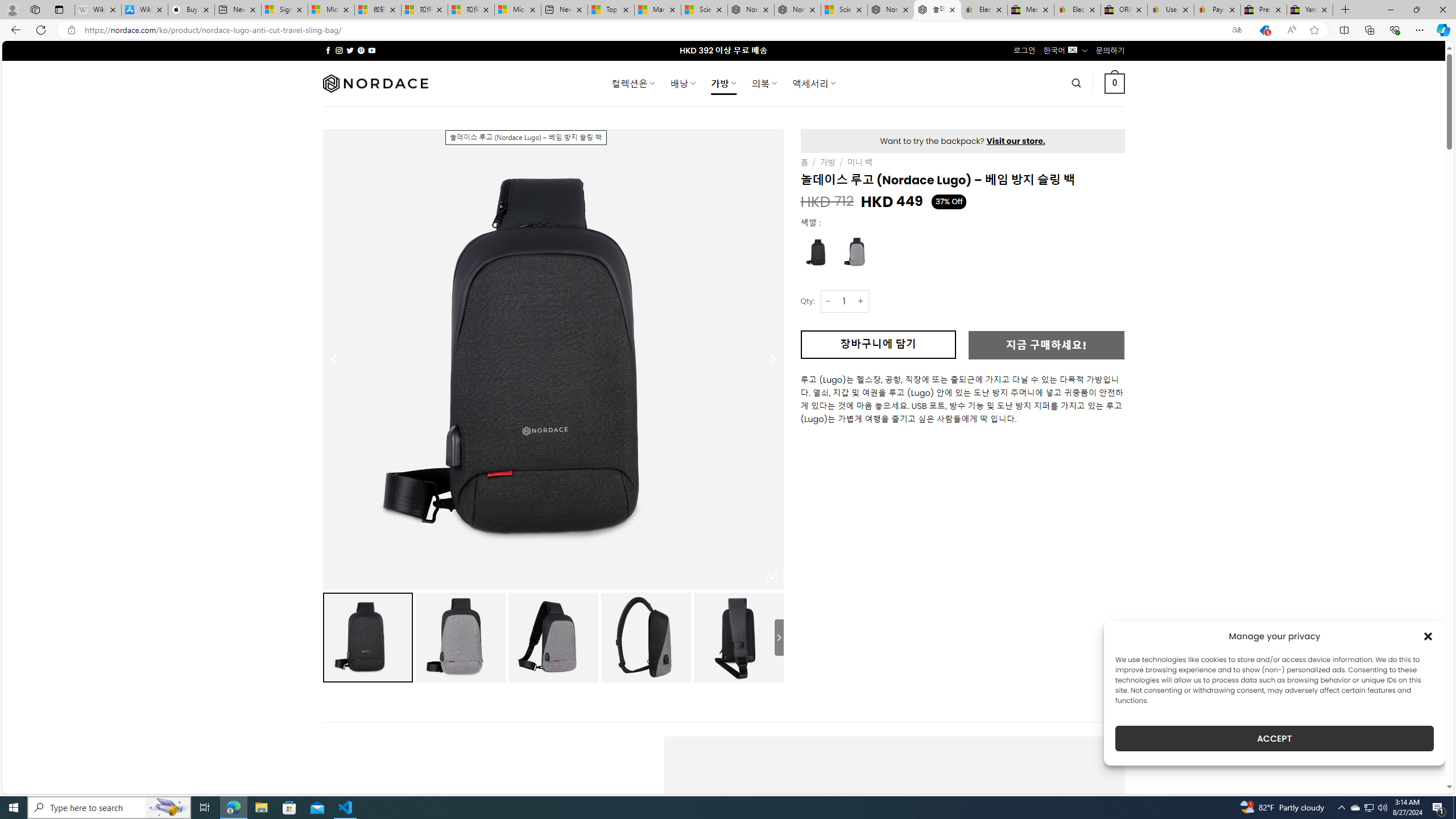 Image resolution: width=1456 pixels, height=819 pixels. Describe the element at coordinates (1428, 636) in the screenshot. I see `'Class: cmplz-close'` at that location.